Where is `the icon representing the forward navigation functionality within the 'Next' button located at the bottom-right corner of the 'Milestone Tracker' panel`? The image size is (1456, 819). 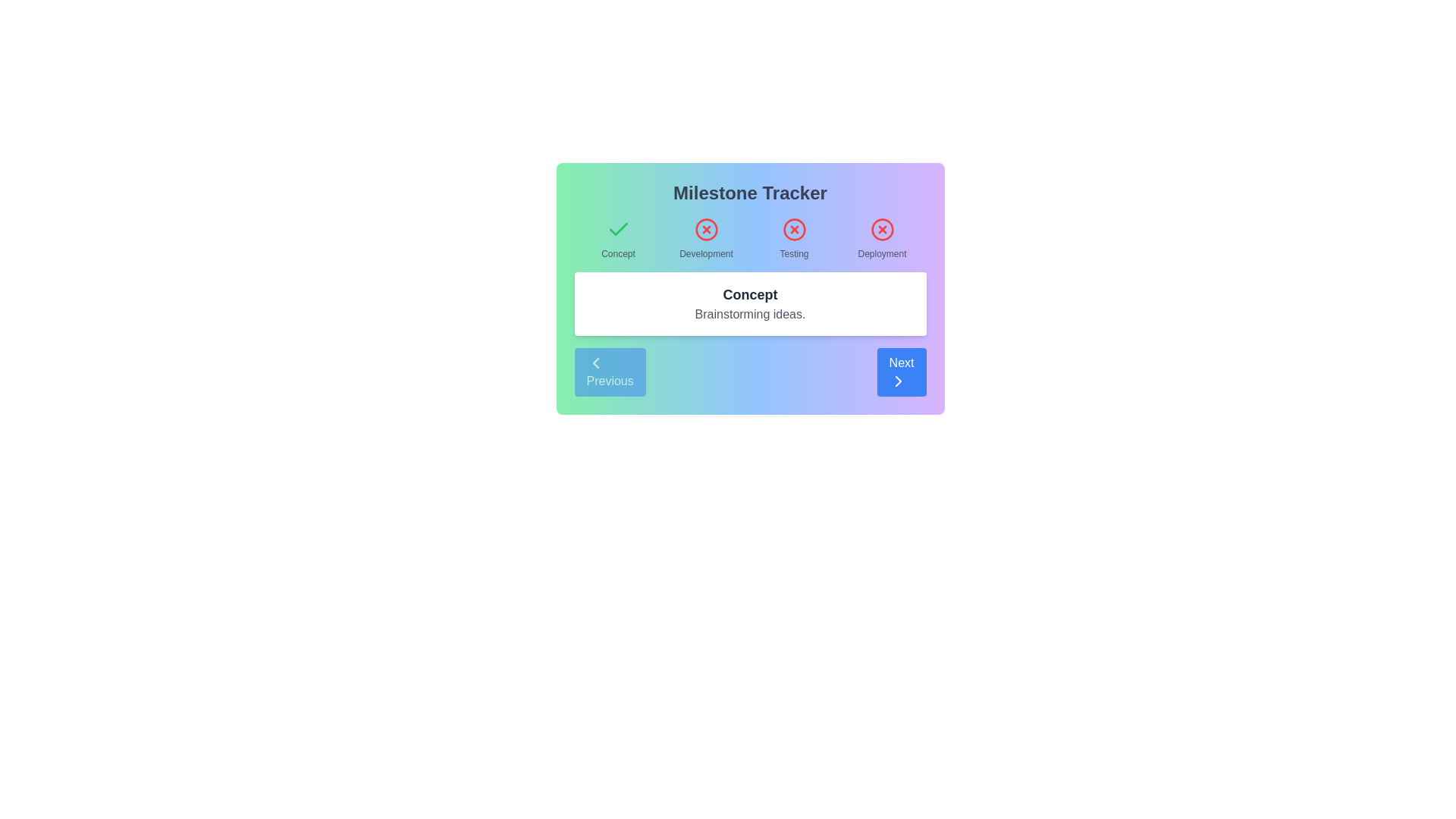 the icon representing the forward navigation functionality within the 'Next' button located at the bottom-right corner of the 'Milestone Tracker' panel is located at coordinates (898, 380).